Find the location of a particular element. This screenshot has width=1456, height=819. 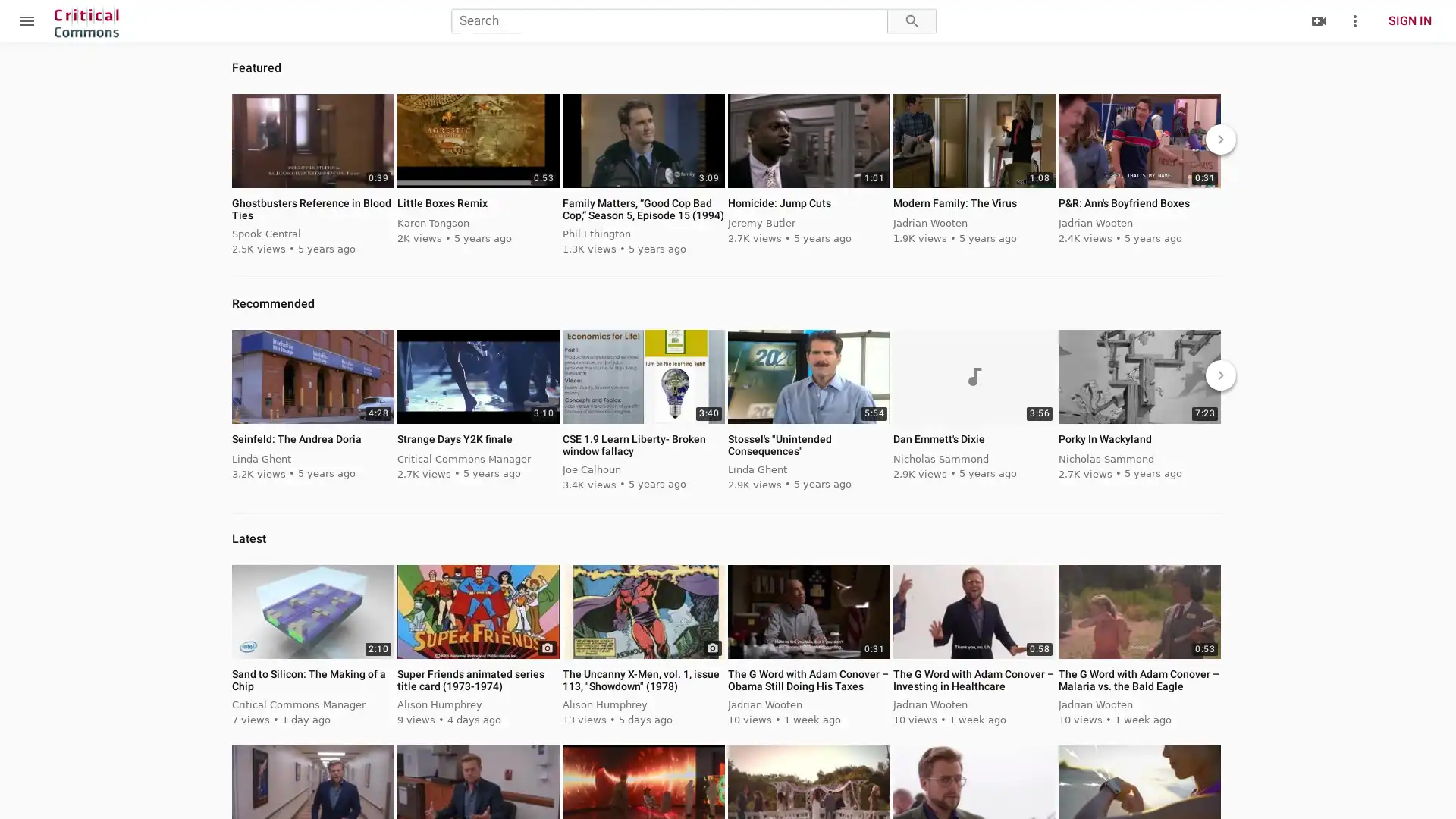

keyboard_arrow_right is located at coordinates (1220, 374).